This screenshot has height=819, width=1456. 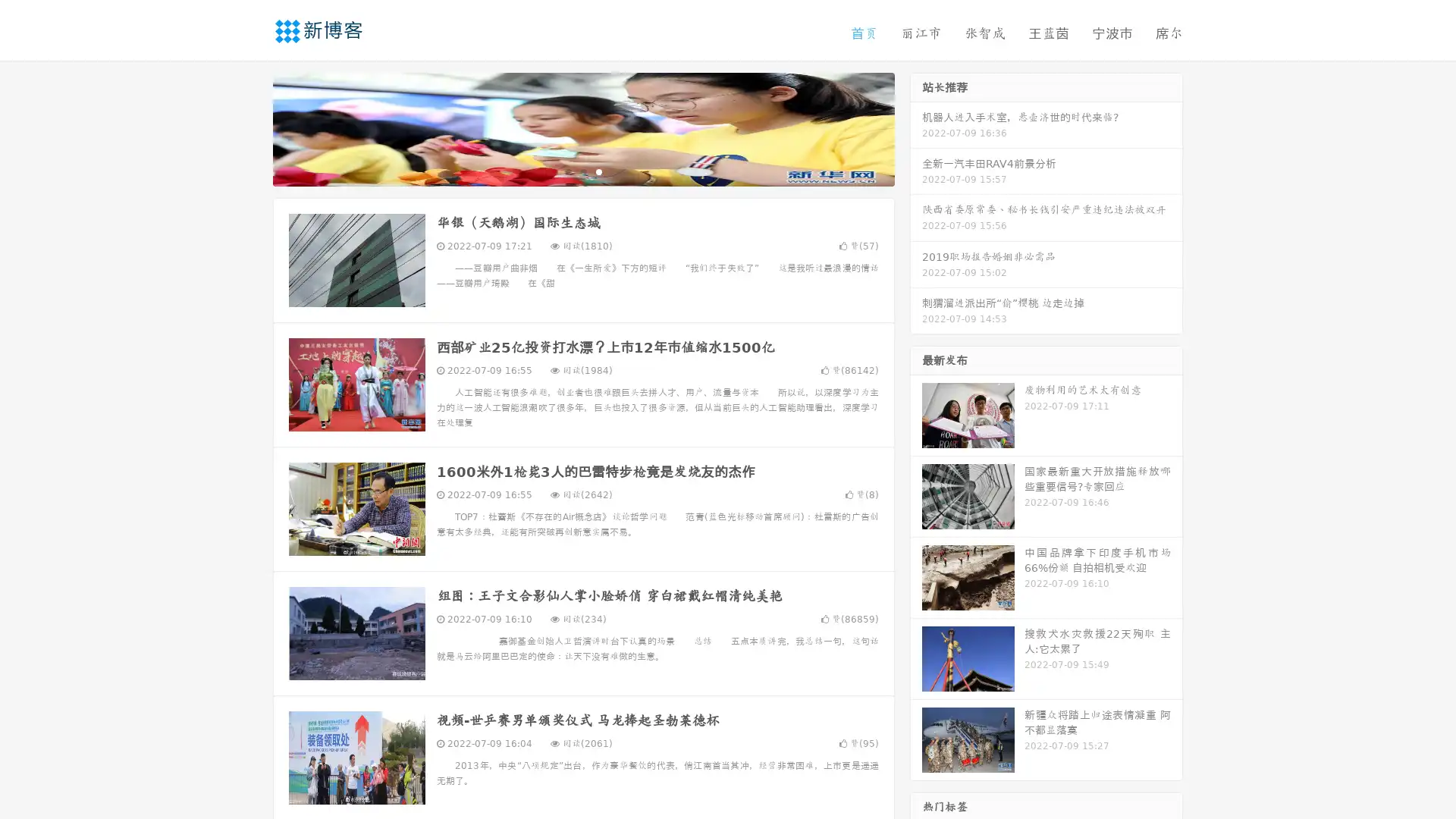 I want to click on Go to slide 3, so click(x=598, y=171).